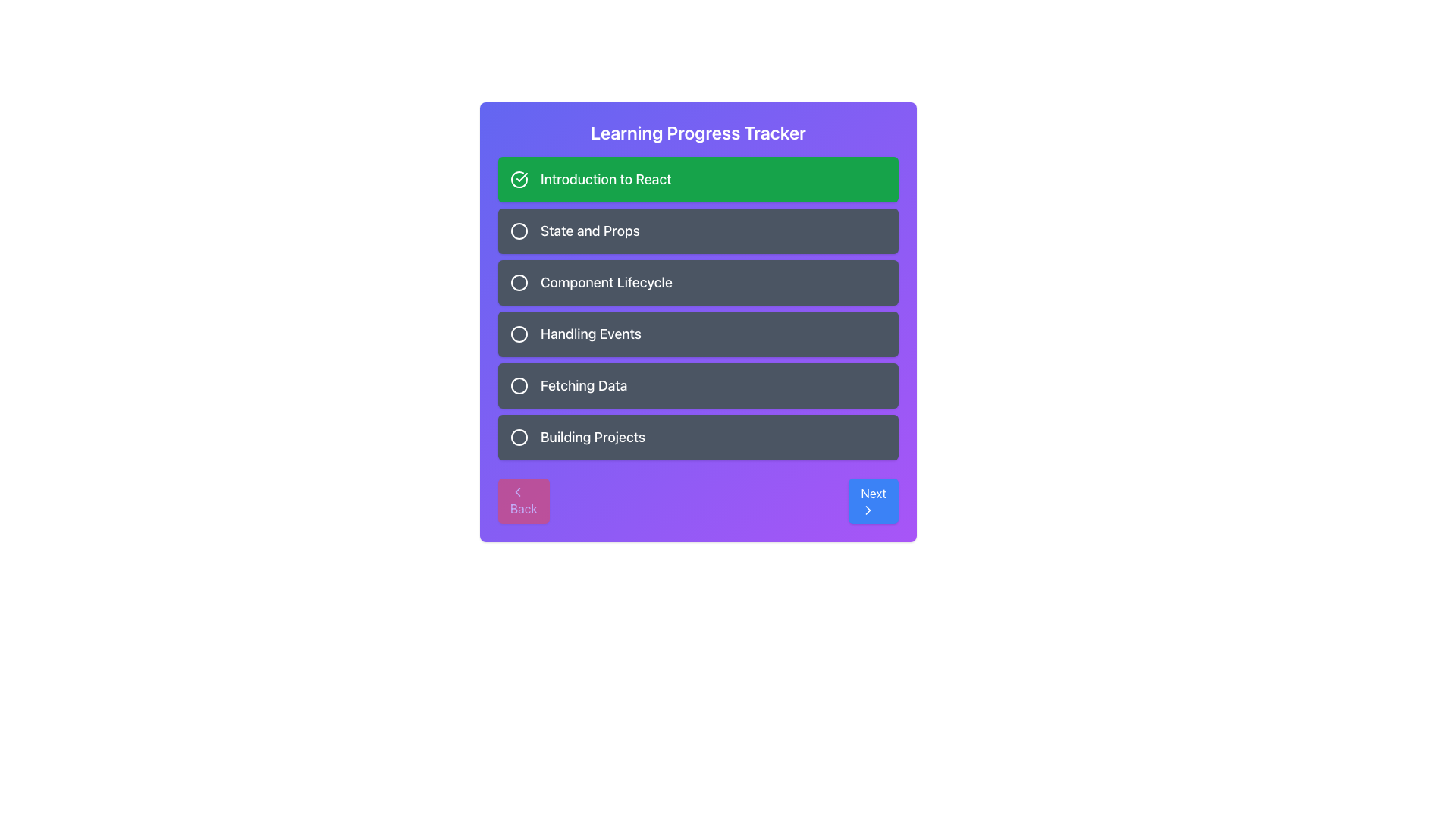  Describe the element at coordinates (698, 333) in the screenshot. I see `the fourth menu option` at that location.